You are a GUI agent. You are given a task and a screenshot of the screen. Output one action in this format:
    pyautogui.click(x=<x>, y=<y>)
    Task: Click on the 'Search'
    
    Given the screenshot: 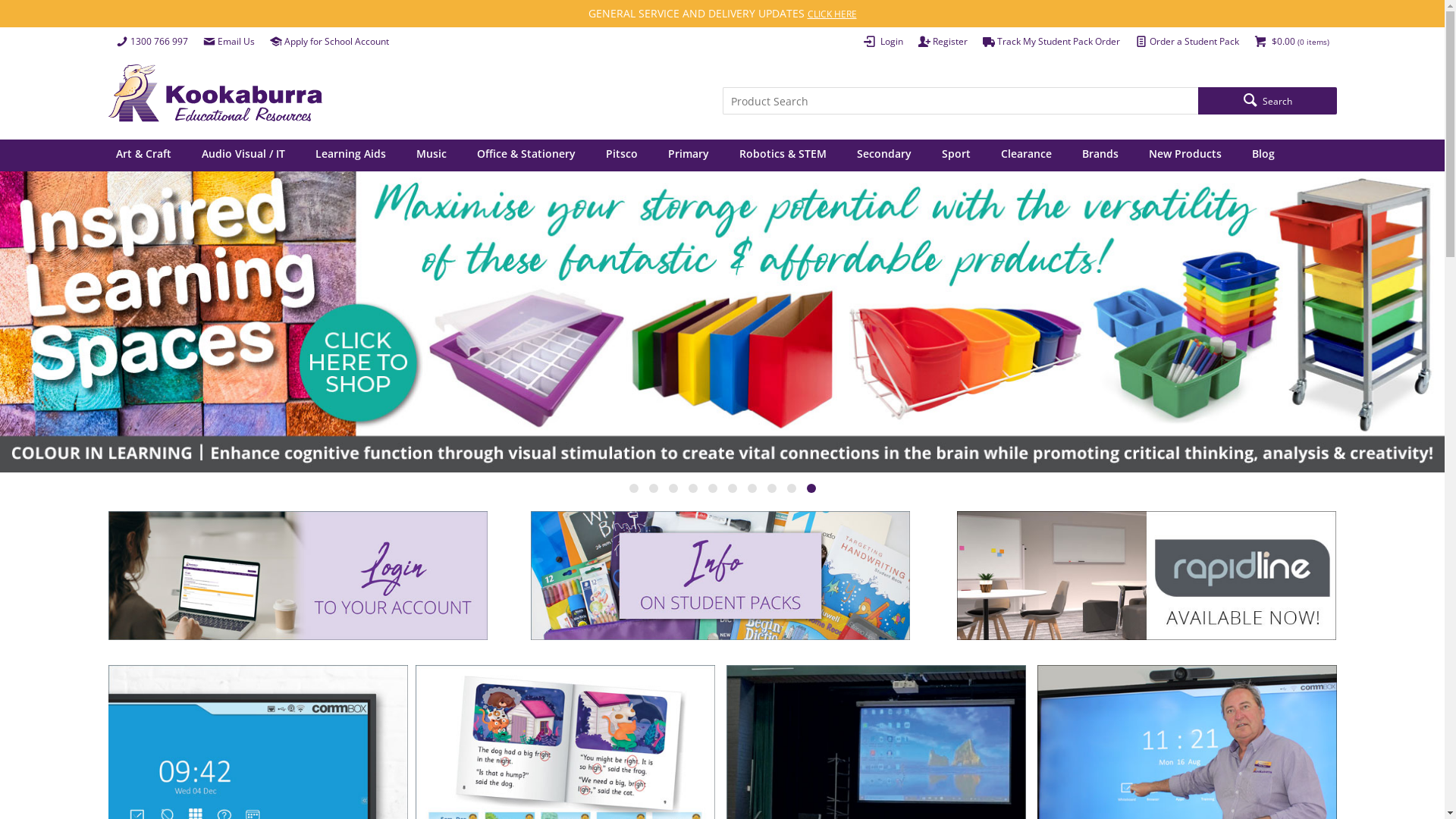 What is the action you would take?
    pyautogui.click(x=1266, y=100)
    